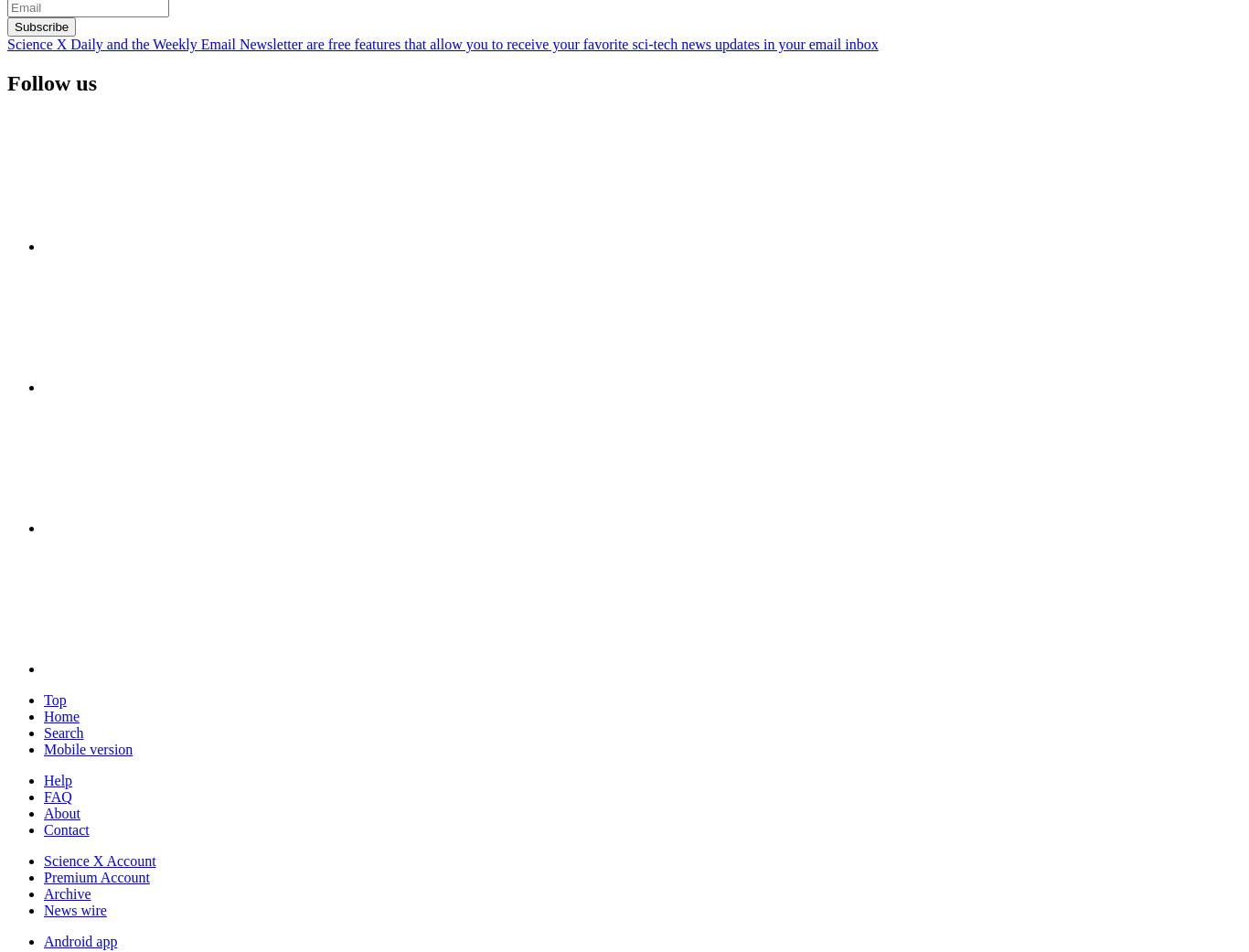 This screenshot has width=1249, height=952. Describe the element at coordinates (96, 876) in the screenshot. I see `'Premium Account'` at that location.